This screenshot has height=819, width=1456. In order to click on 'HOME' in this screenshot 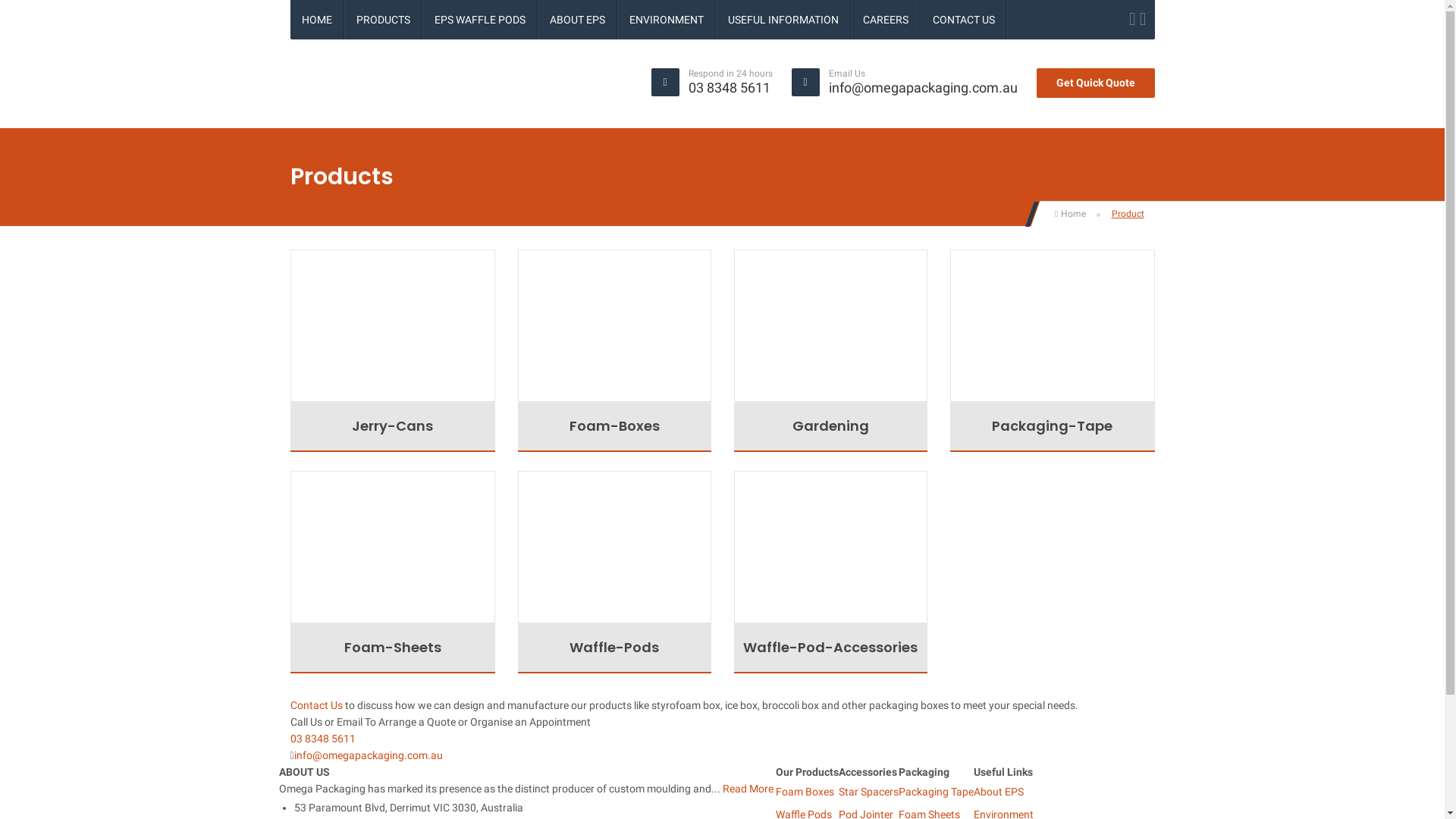, I will do `click(290, 20)`.